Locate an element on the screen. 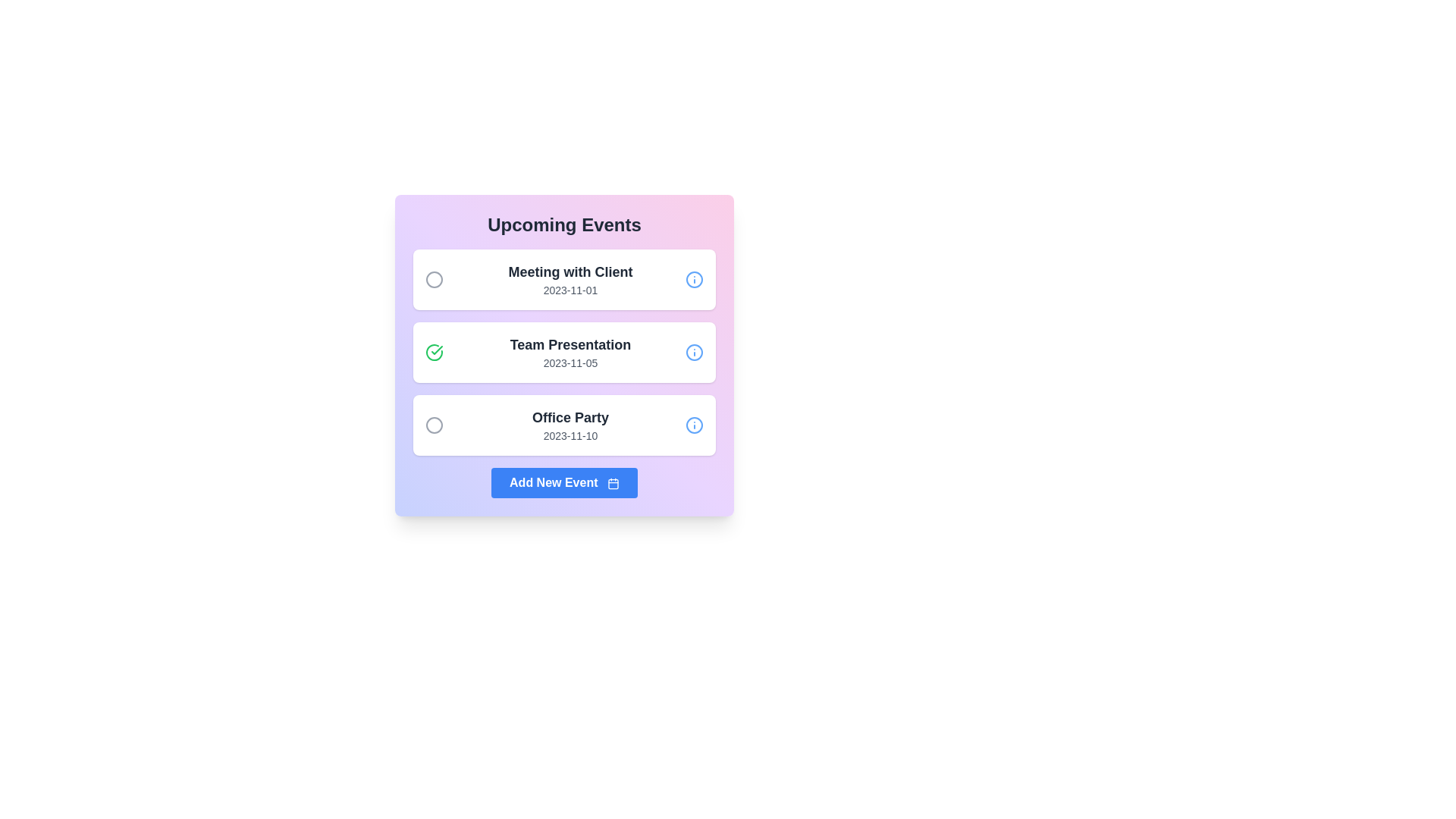  the non-interactive text label displaying the date for the 'Team Presentation' event, located below the title is located at coordinates (570, 362).